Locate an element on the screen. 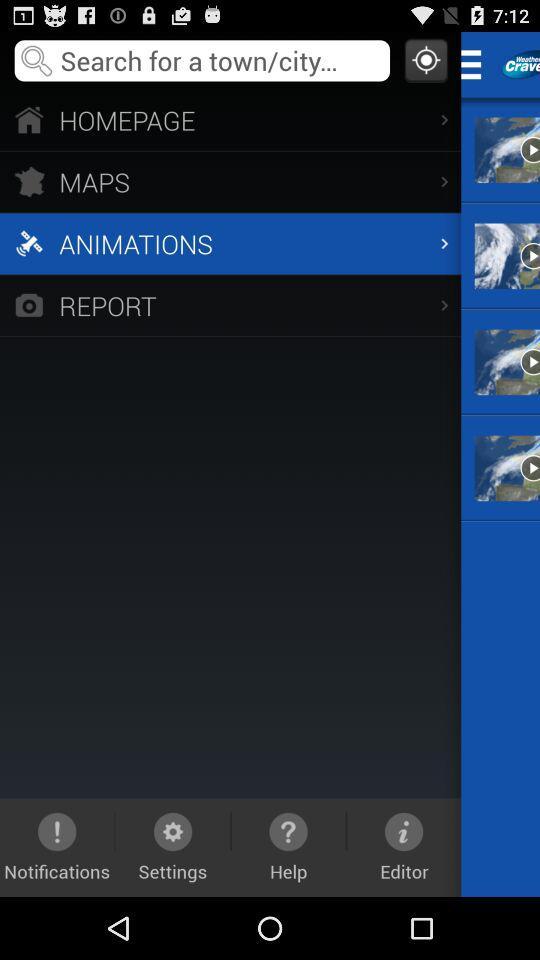  the icon next to homepage app is located at coordinates (476, 64).